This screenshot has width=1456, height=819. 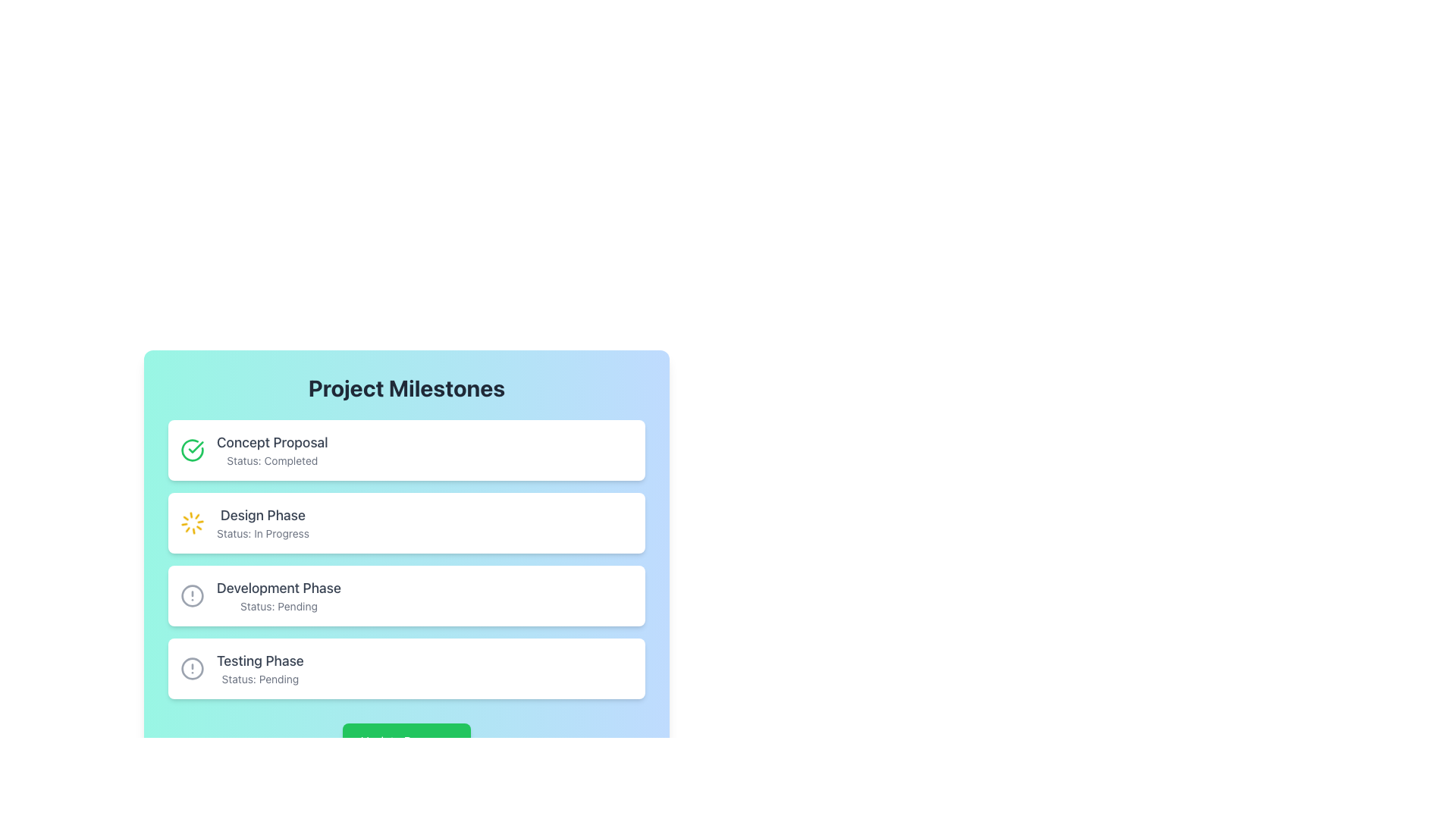 What do you see at coordinates (262, 514) in the screenshot?
I see `the 'Design Phase' text label, which is styled in bold medium grey and positioned in the second milestone box from the top, above the 'Status: In Progress' text` at bounding box center [262, 514].